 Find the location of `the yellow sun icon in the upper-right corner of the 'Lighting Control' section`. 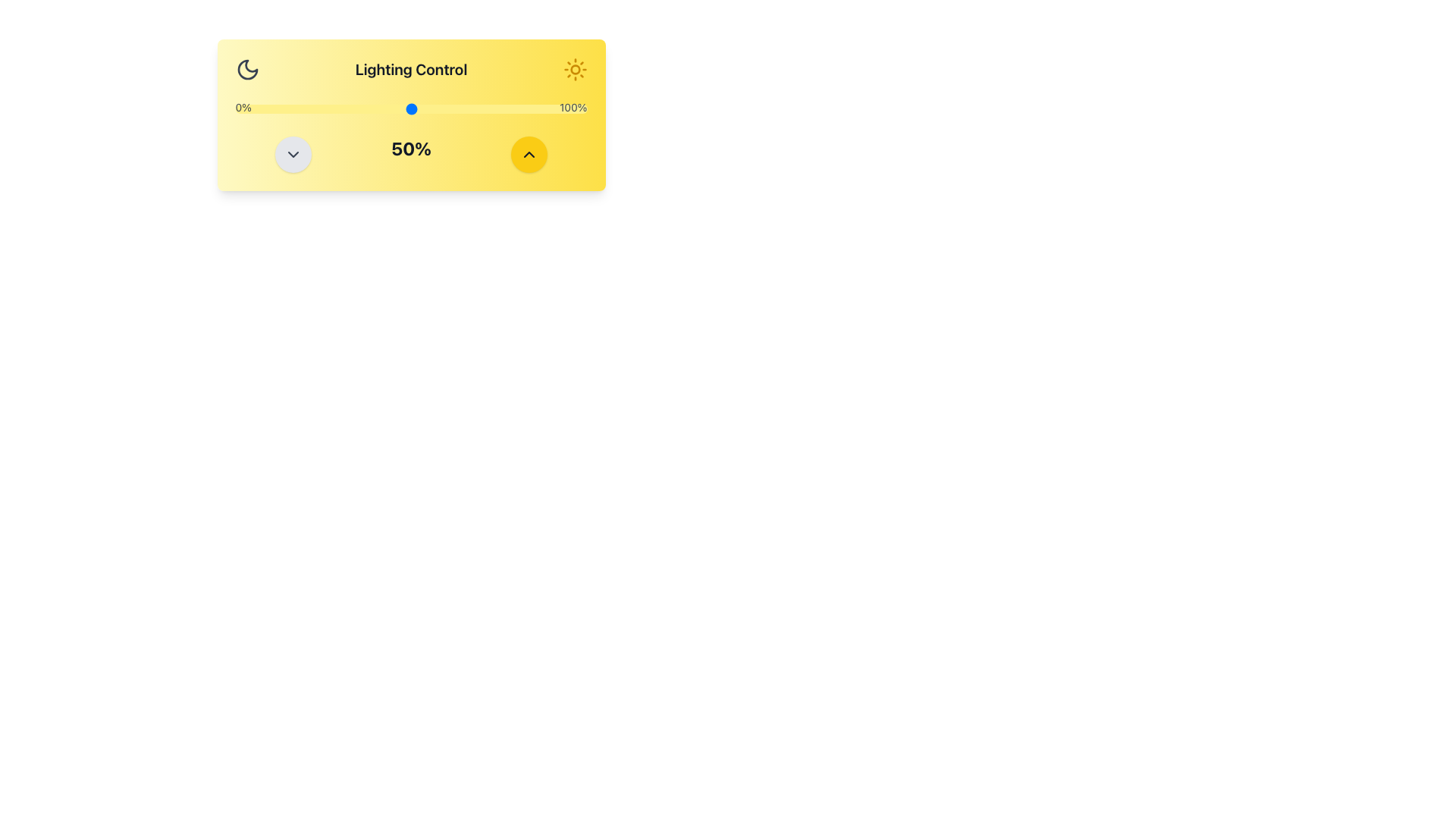

the yellow sun icon in the upper-right corner of the 'Lighting Control' section is located at coordinates (574, 70).